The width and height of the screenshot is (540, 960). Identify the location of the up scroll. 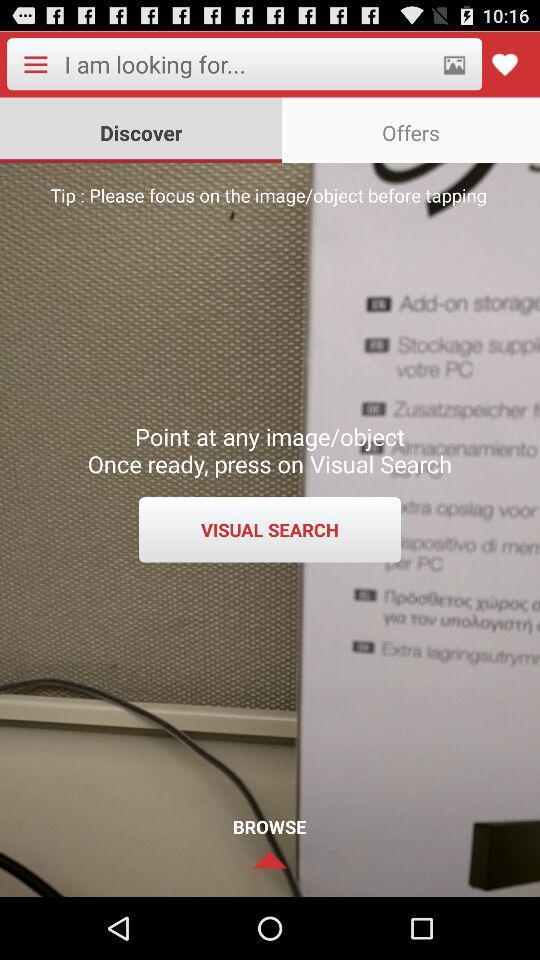
(270, 858).